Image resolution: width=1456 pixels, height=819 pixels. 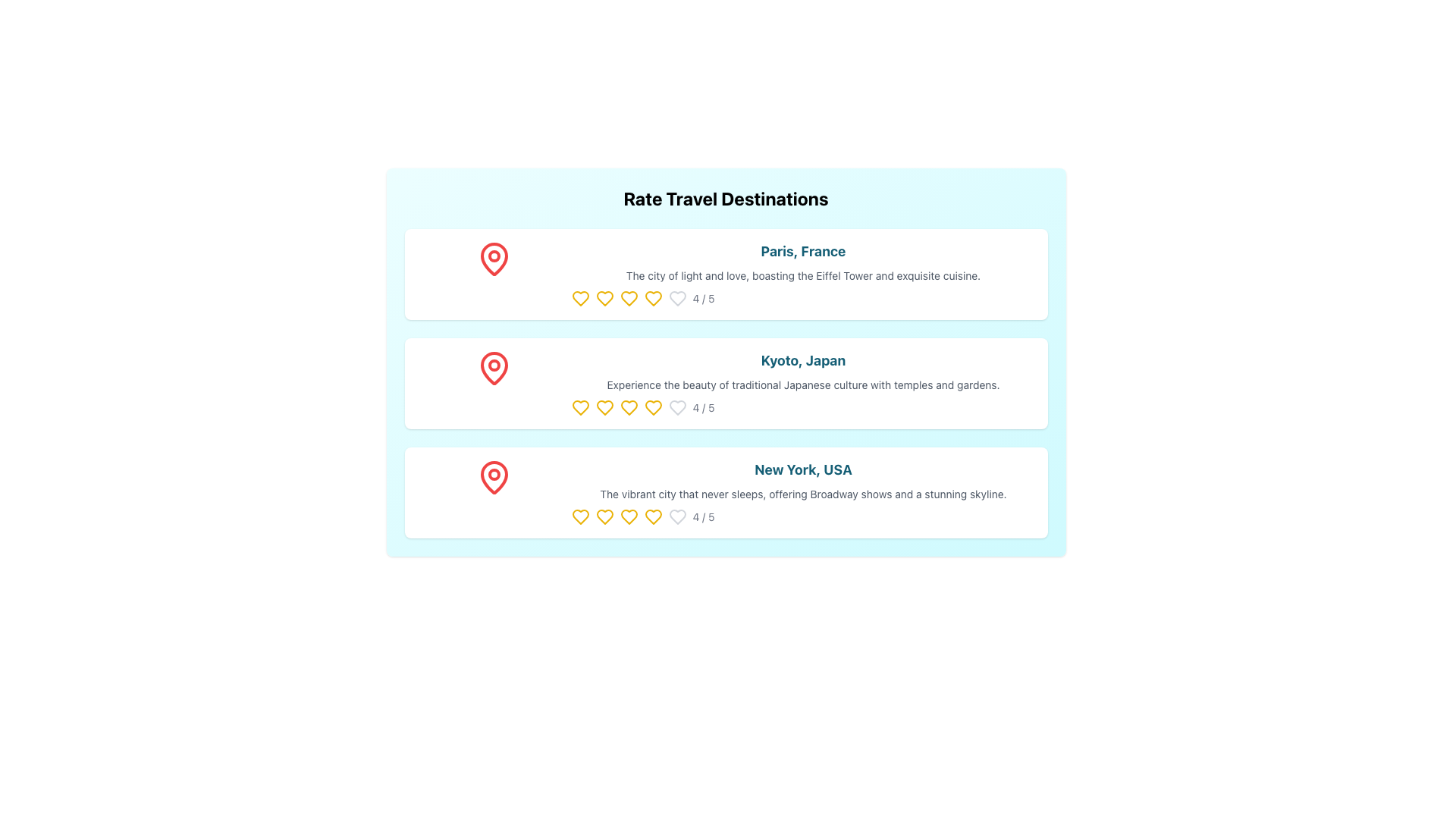 I want to click on the fifth heart icon in the horizontal rating row under the 'Kyoto, Japan' section to interact with the rating, so click(x=629, y=406).